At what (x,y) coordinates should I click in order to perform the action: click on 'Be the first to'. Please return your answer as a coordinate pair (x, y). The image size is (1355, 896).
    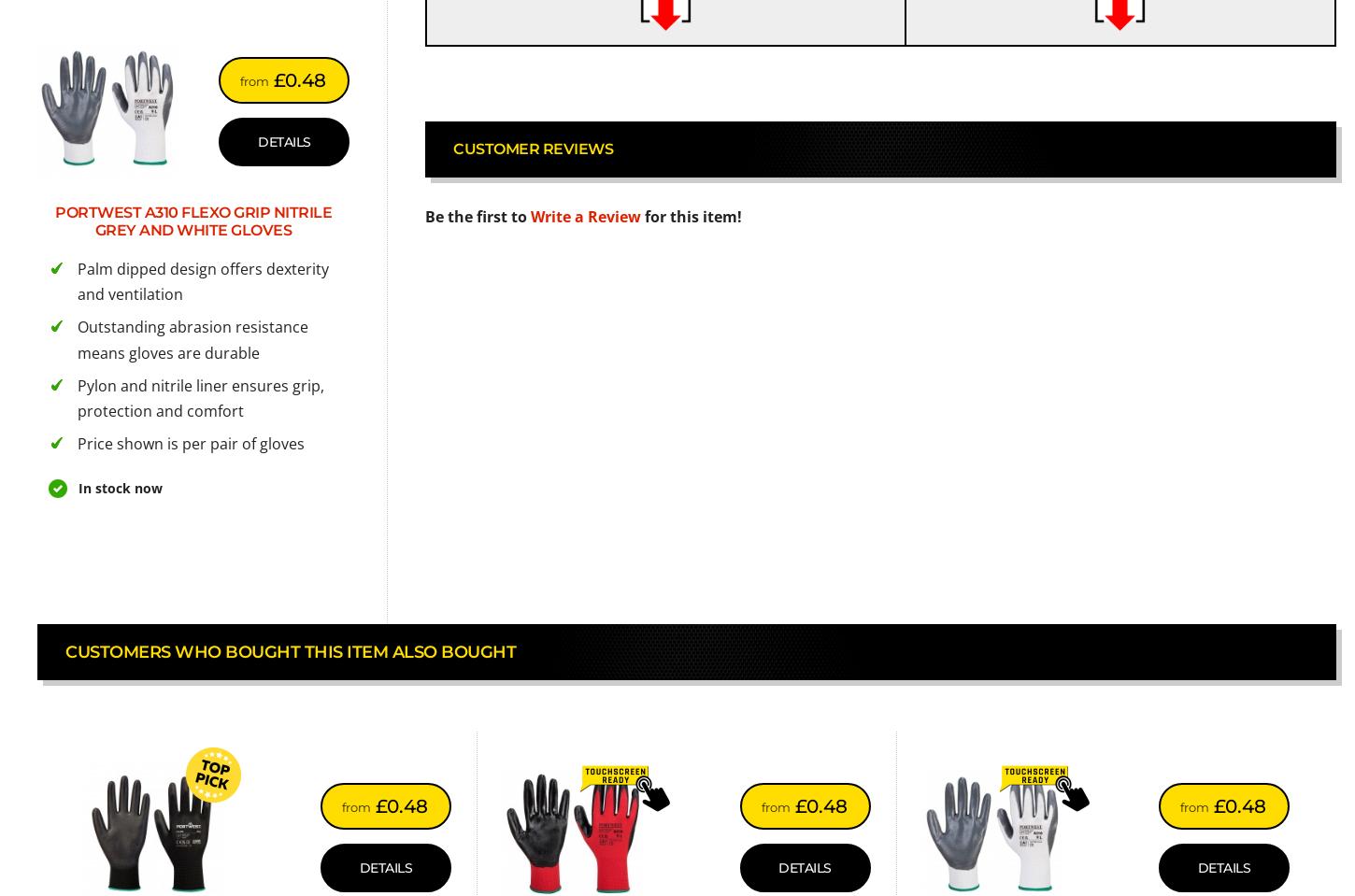
    Looking at the image, I should click on (476, 216).